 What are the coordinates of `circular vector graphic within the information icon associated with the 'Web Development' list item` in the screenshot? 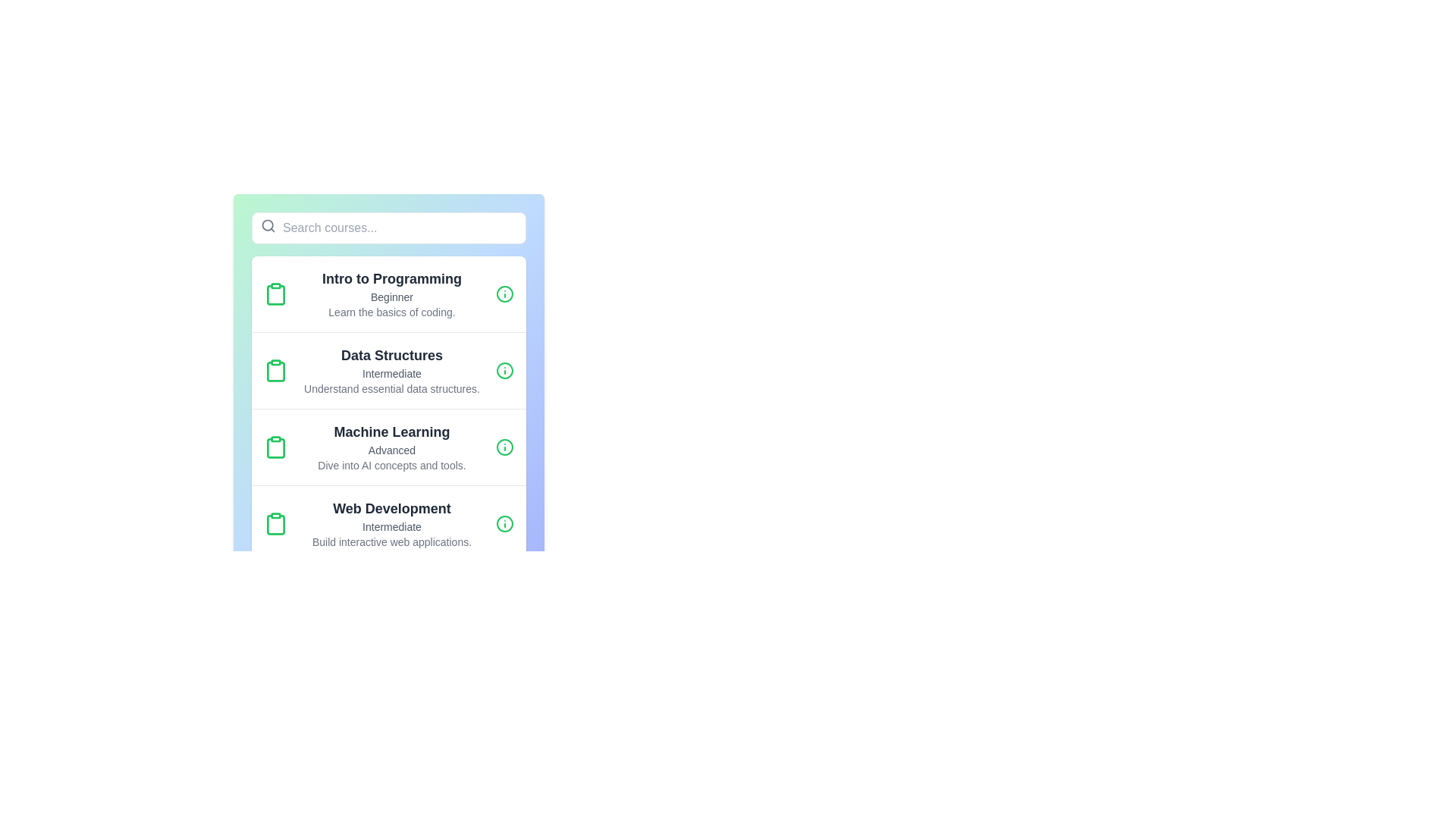 It's located at (505, 522).